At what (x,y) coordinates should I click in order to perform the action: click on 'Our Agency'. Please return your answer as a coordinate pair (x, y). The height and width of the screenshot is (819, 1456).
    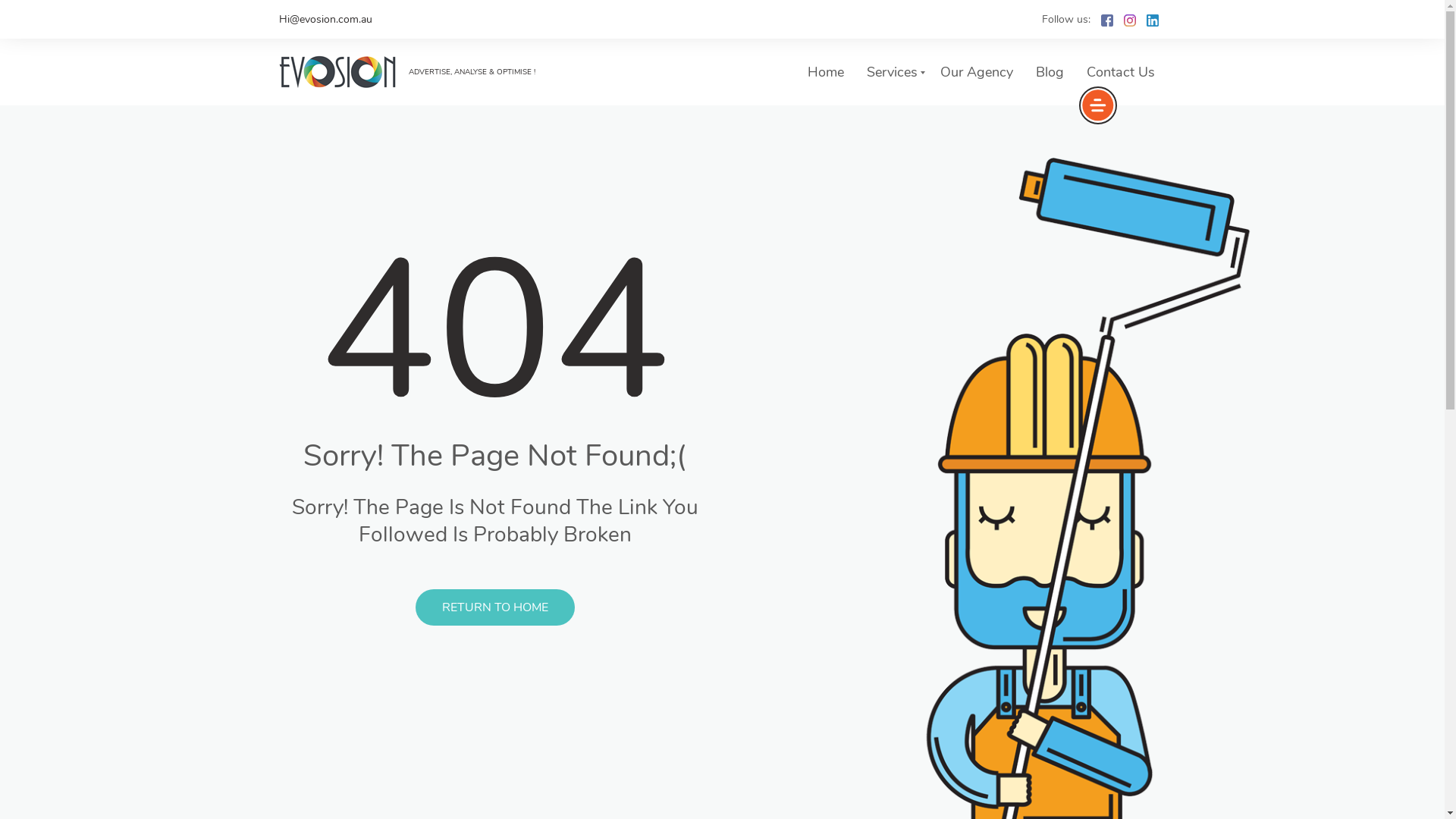
    Looking at the image, I should click on (976, 72).